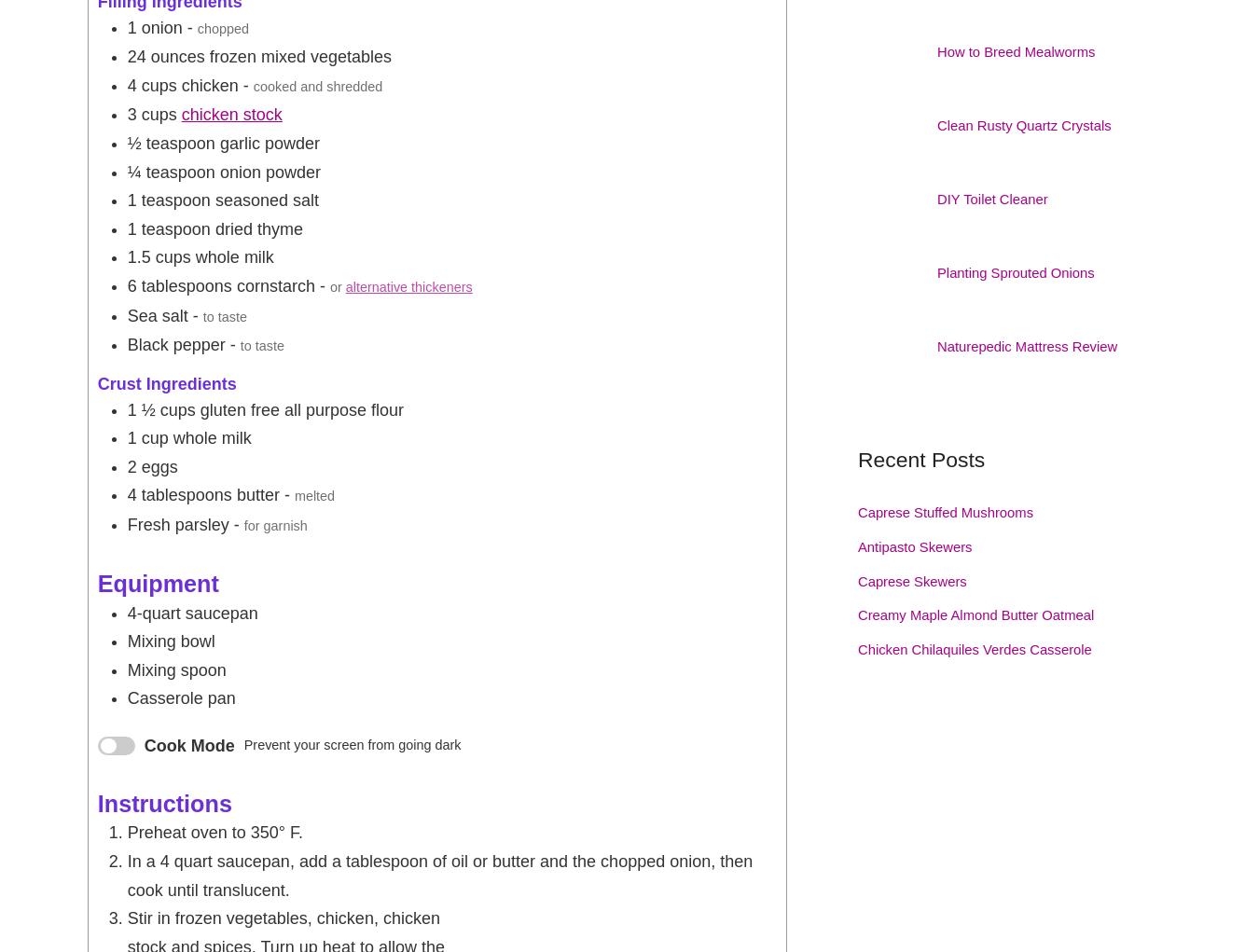 This screenshot has width=1259, height=952. What do you see at coordinates (242, 744) in the screenshot?
I see `'Prevent your screen from going dark'` at bounding box center [242, 744].